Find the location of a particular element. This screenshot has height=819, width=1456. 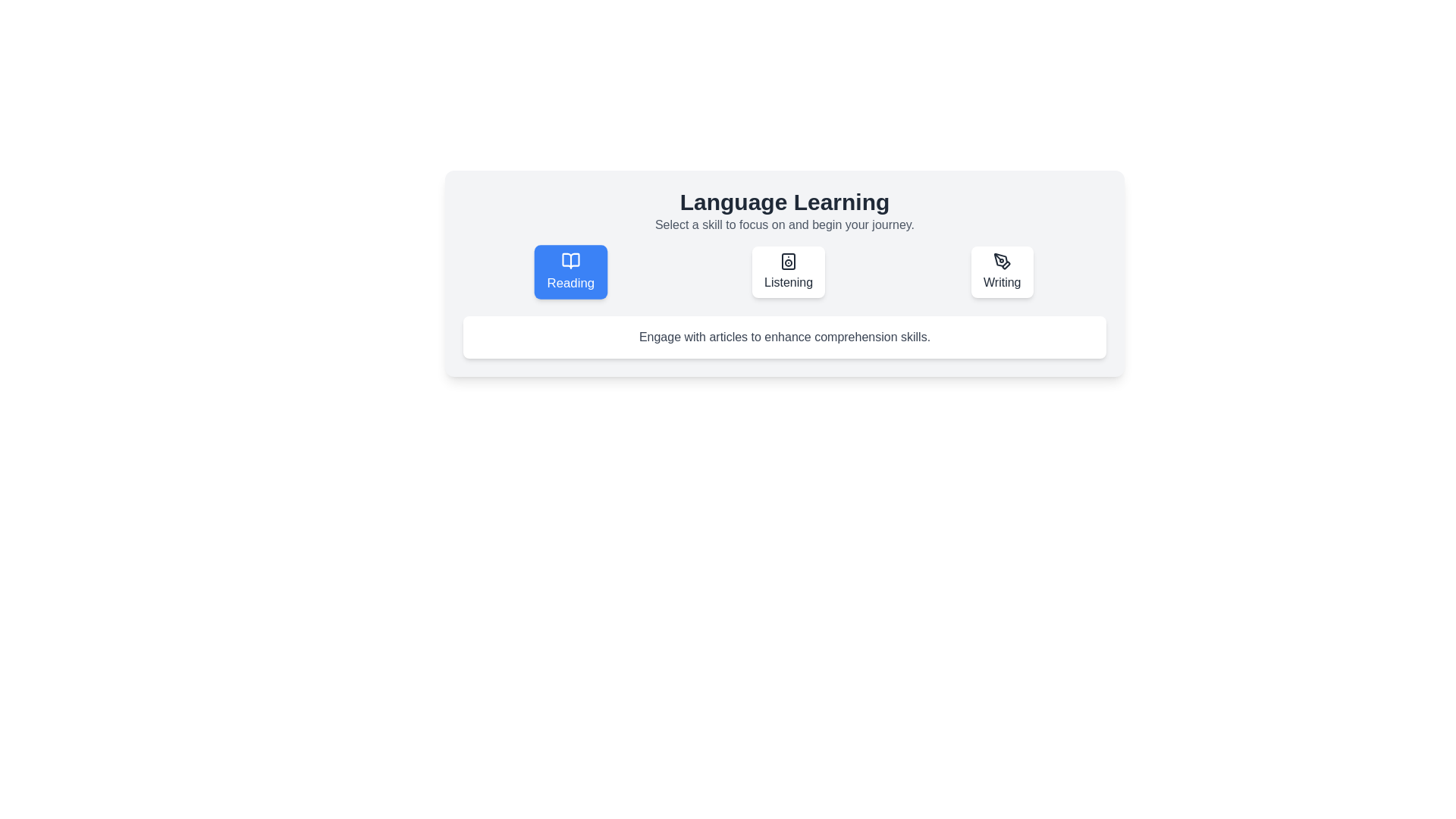

the static text that reads 'Select a skill to focus on and begin your journey.', which is styled with a gray font and located below the 'Language Learning' title is located at coordinates (785, 225).